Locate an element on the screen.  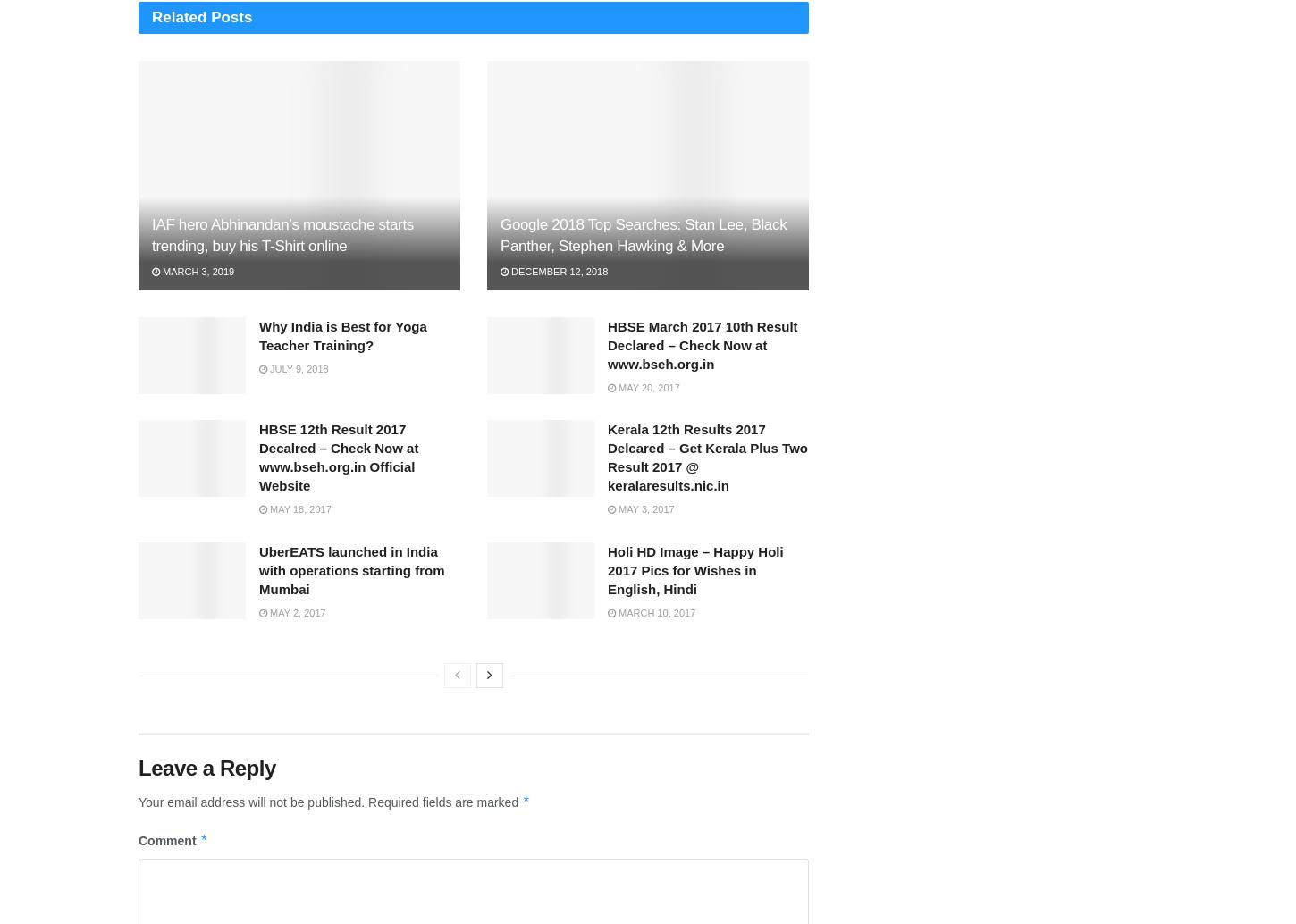
'Google 2018 Top Searches: Stan Lee, Black Panther, Stephen Hawking & More' is located at coordinates (643, 234).